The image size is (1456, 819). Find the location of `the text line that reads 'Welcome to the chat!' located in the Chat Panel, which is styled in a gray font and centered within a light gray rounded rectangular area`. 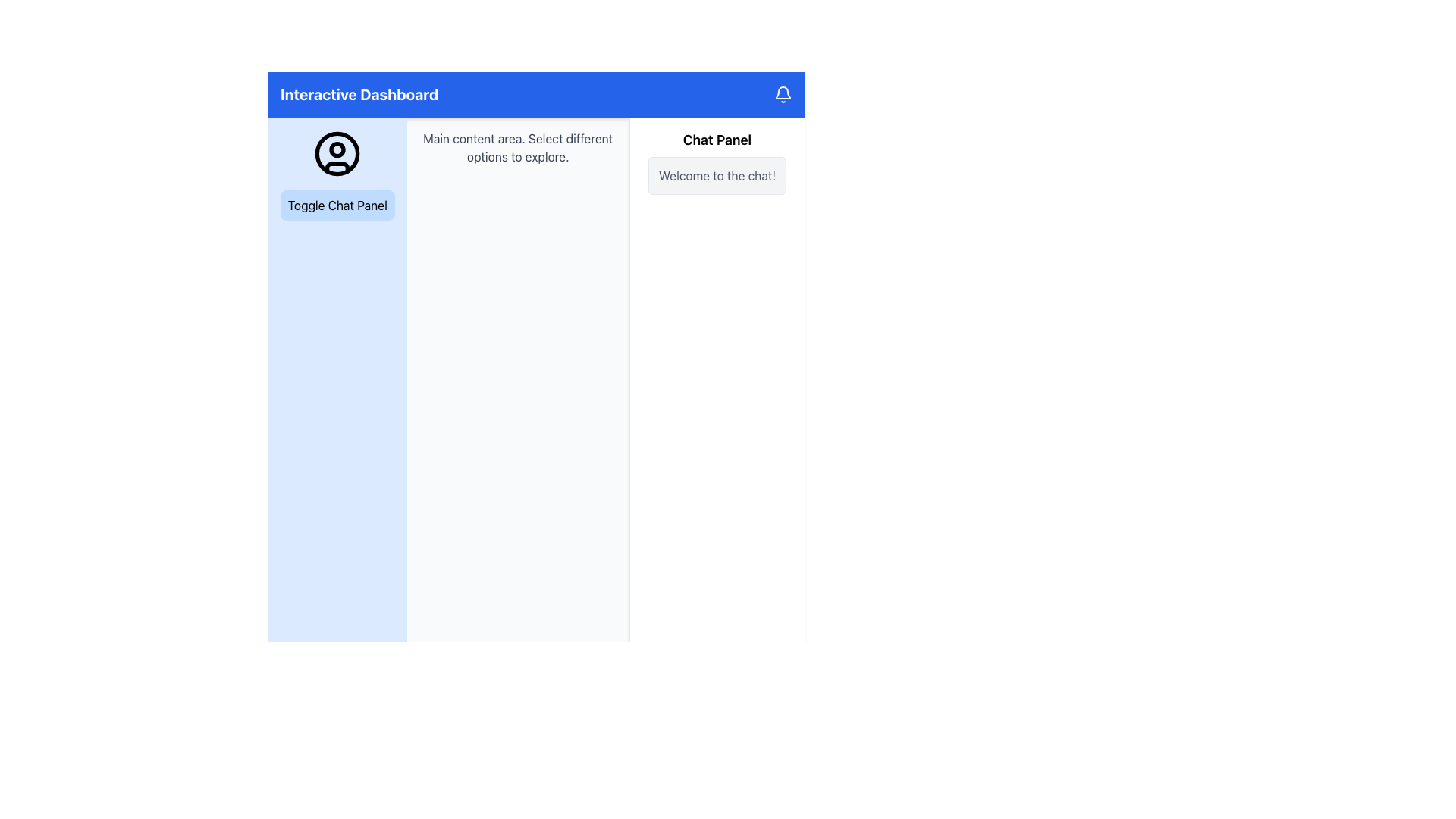

the text line that reads 'Welcome to the chat!' located in the Chat Panel, which is styled in a gray font and centered within a light gray rounded rectangular area is located at coordinates (716, 174).